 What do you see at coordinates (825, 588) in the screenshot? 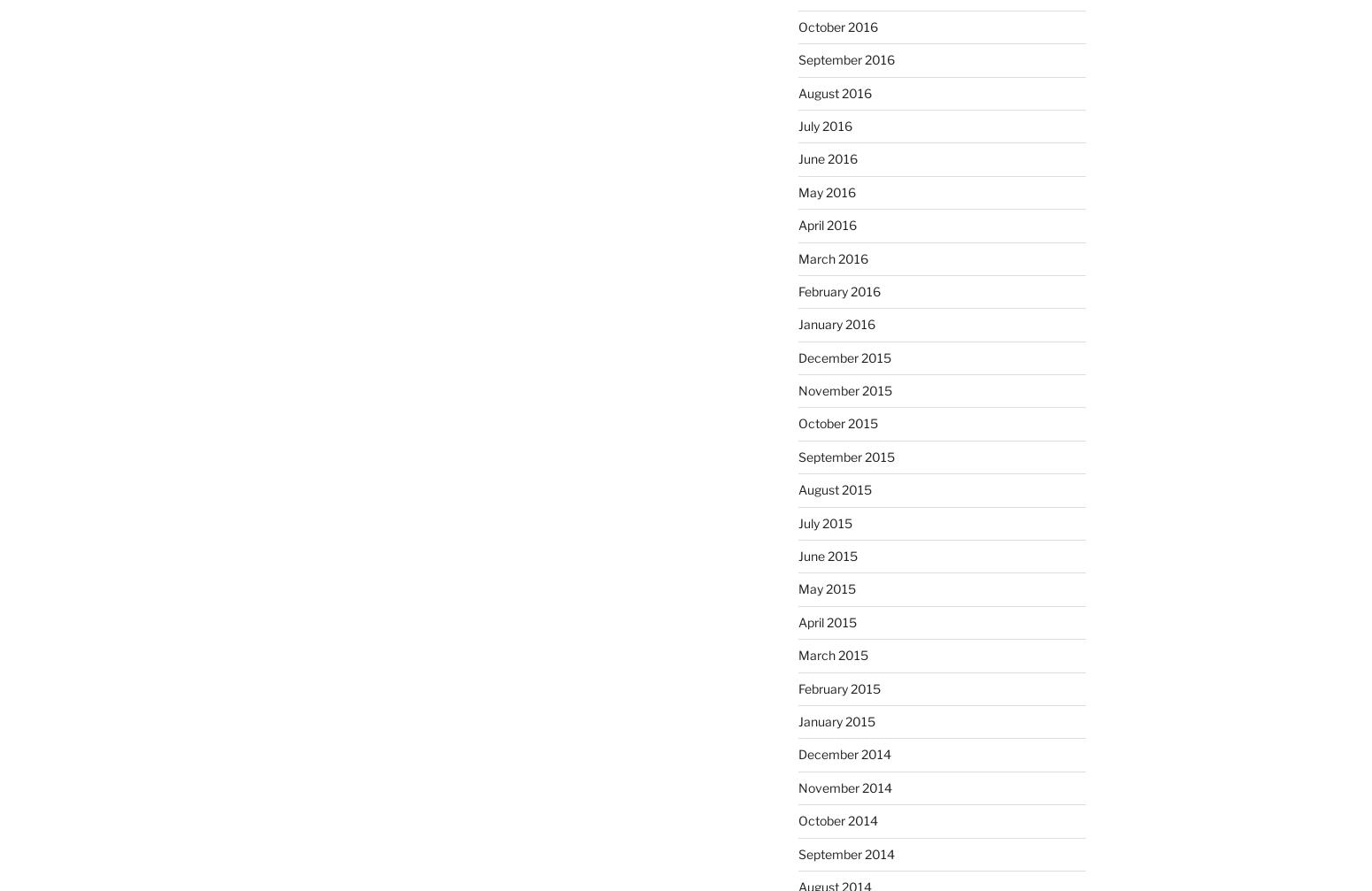
I see `'May 2015'` at bounding box center [825, 588].